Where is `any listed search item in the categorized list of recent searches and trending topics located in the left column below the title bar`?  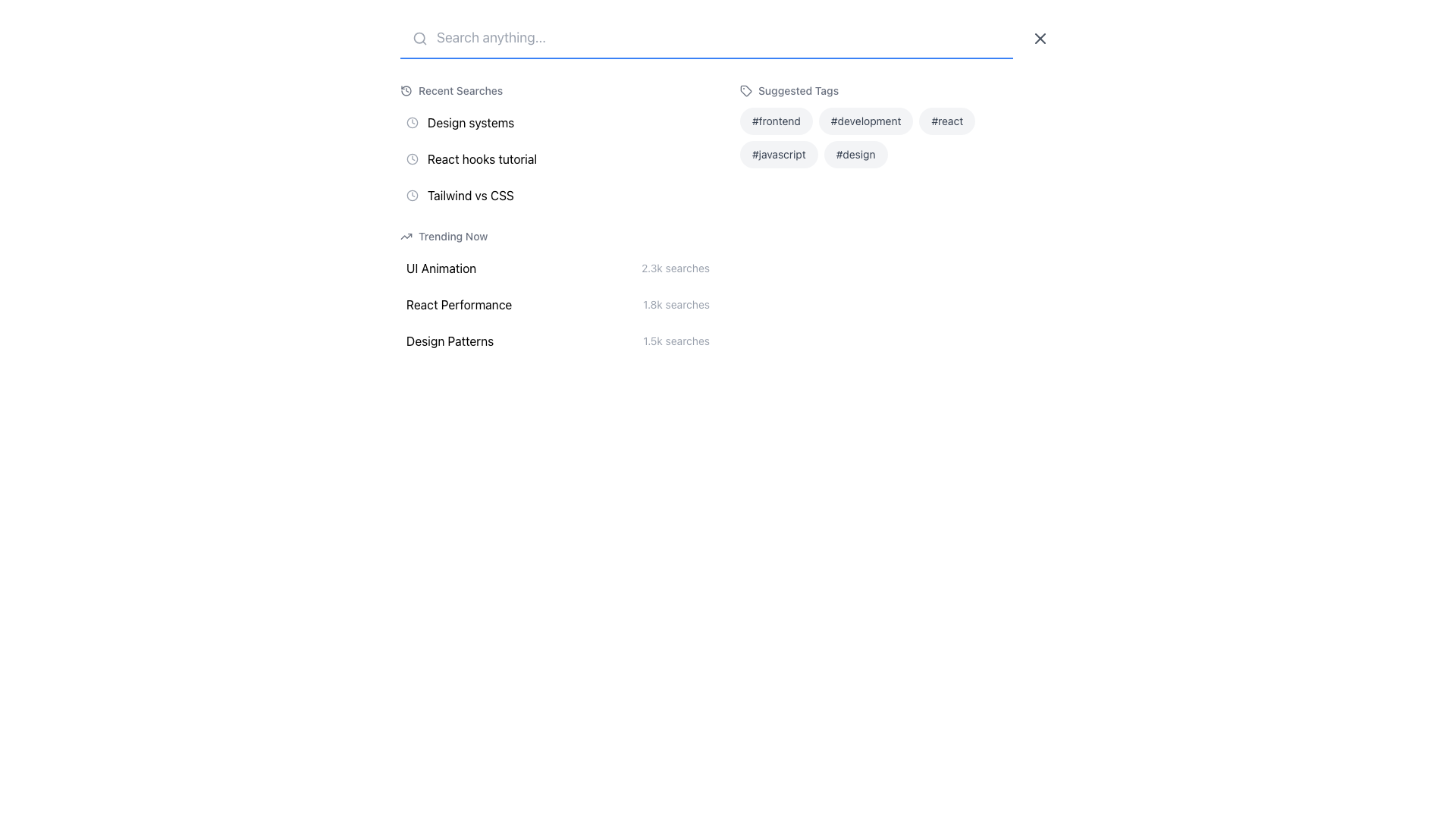 any listed search item in the categorized list of recent searches and trending topics located in the left column below the title bar is located at coordinates (557, 219).